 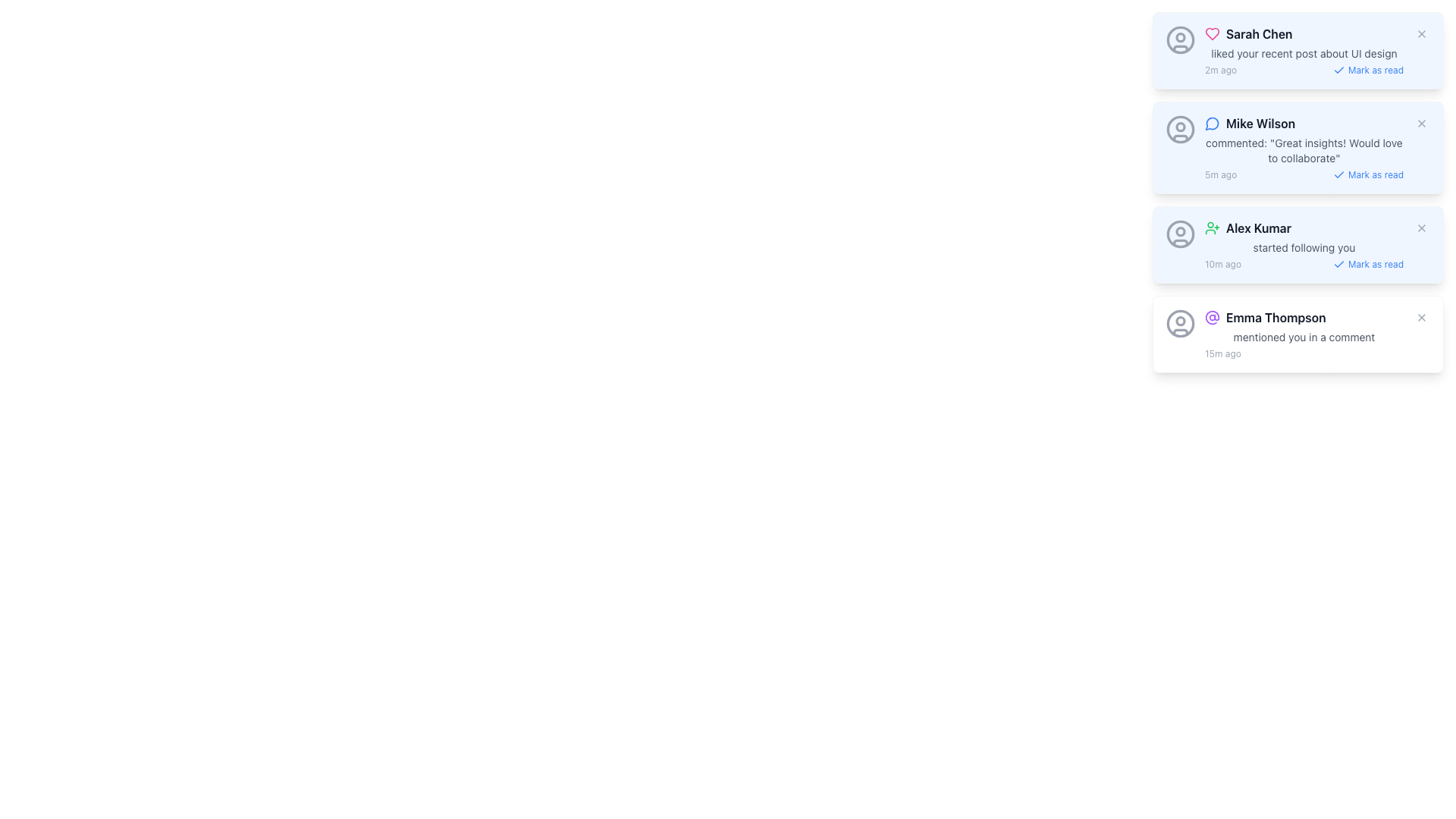 What do you see at coordinates (1179, 323) in the screenshot?
I see `the circular profile icon with a grey outline located at the leftmost side of the notification card labeled 'Emma Thompson mentioned you in a comment 15m ago'. This icon is the fourth in a vertically aligned list of notifications` at bounding box center [1179, 323].